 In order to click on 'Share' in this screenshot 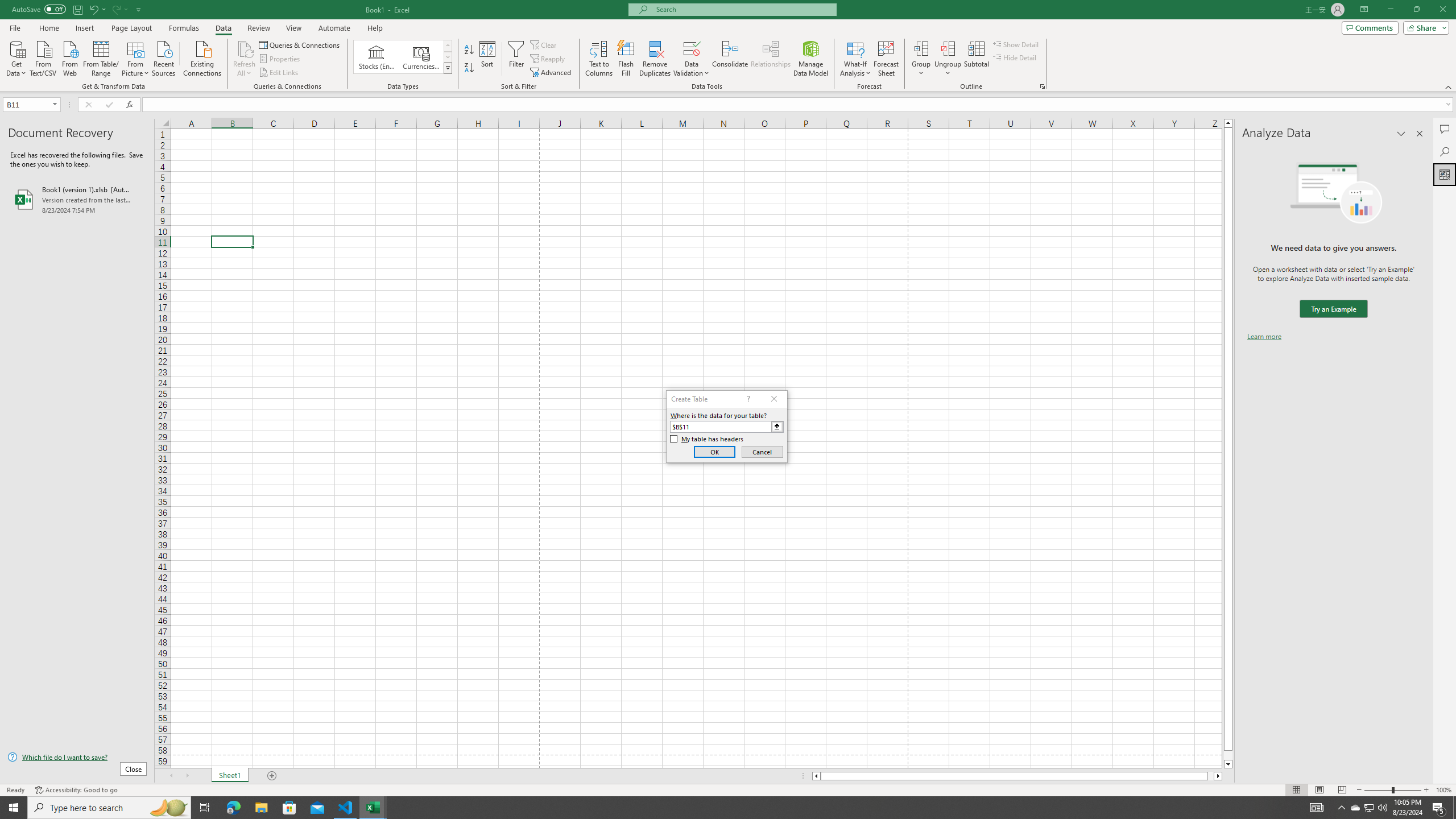, I will do `click(1423, 27)`.